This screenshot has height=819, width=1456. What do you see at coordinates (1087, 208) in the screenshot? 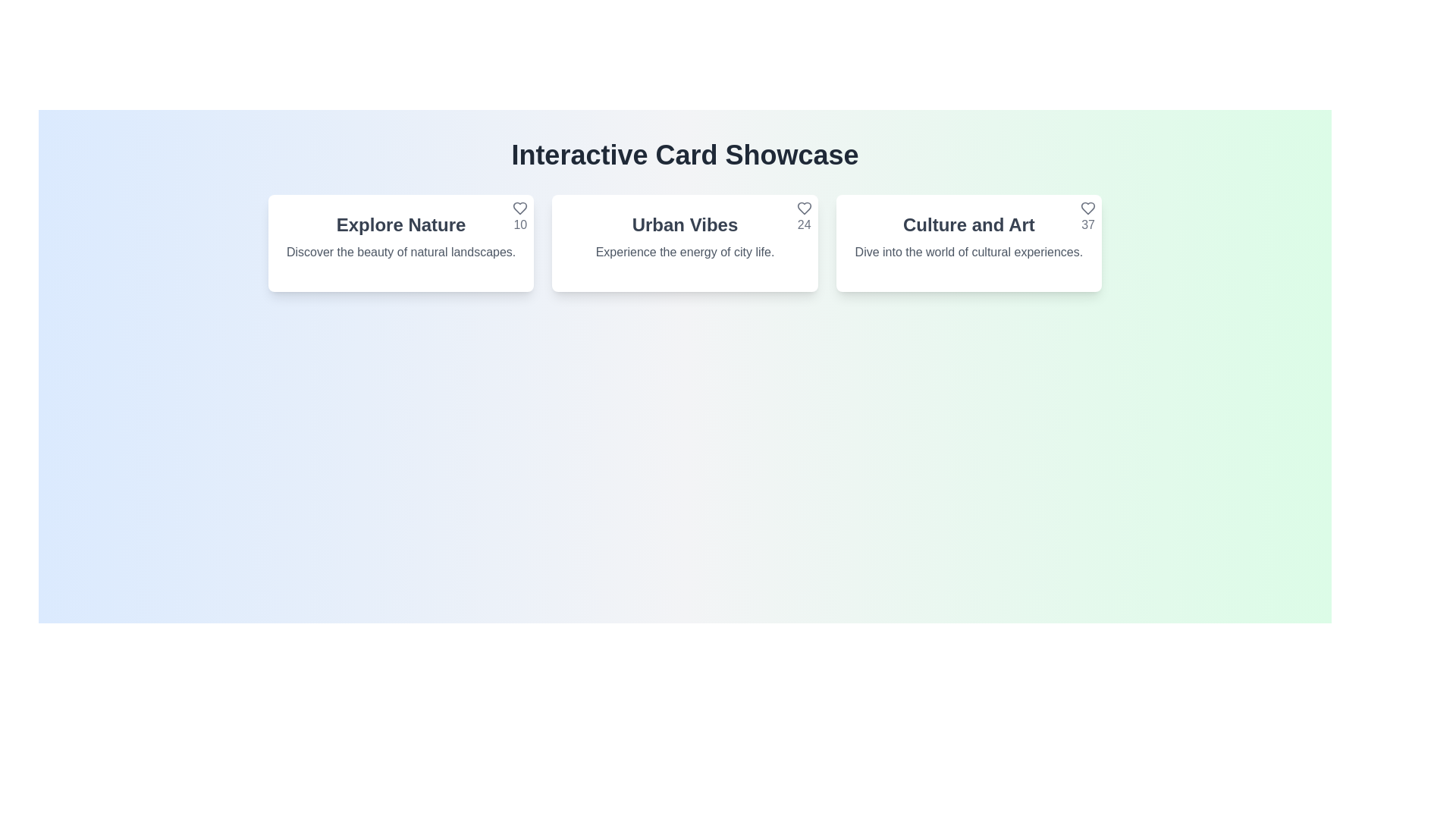
I see `the 'like' or 'favorite' icon located in the top-right corner of the third card labeled 'Culture and Art', adjacent to the numeric text '37'` at bounding box center [1087, 208].